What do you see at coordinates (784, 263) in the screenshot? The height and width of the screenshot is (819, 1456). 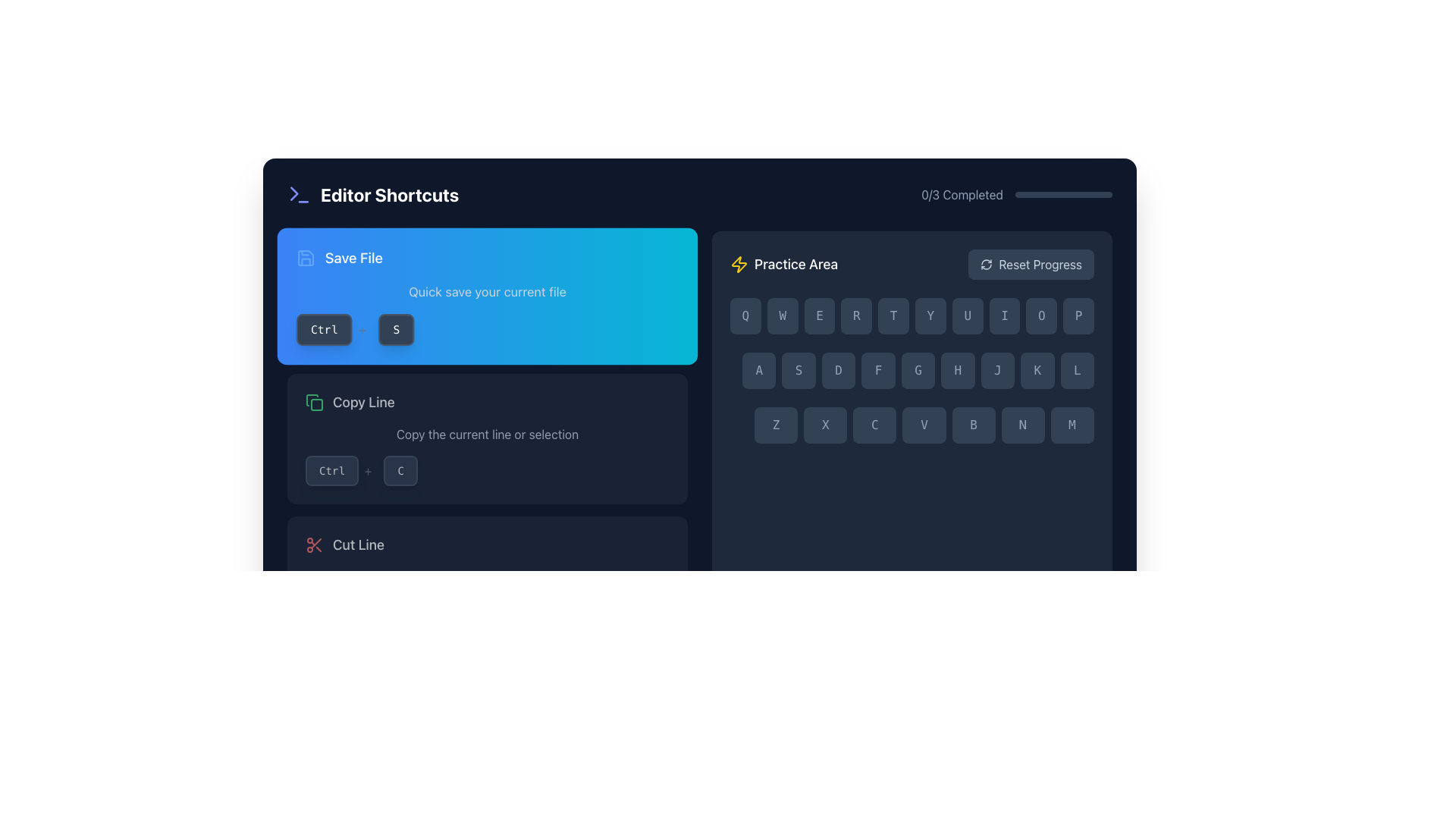 I see `the 'Practice Area' text label, which is styled with a bold, white font and located in the top-center section of the interface, adjacent to a yellow lightning bolt icon` at bounding box center [784, 263].